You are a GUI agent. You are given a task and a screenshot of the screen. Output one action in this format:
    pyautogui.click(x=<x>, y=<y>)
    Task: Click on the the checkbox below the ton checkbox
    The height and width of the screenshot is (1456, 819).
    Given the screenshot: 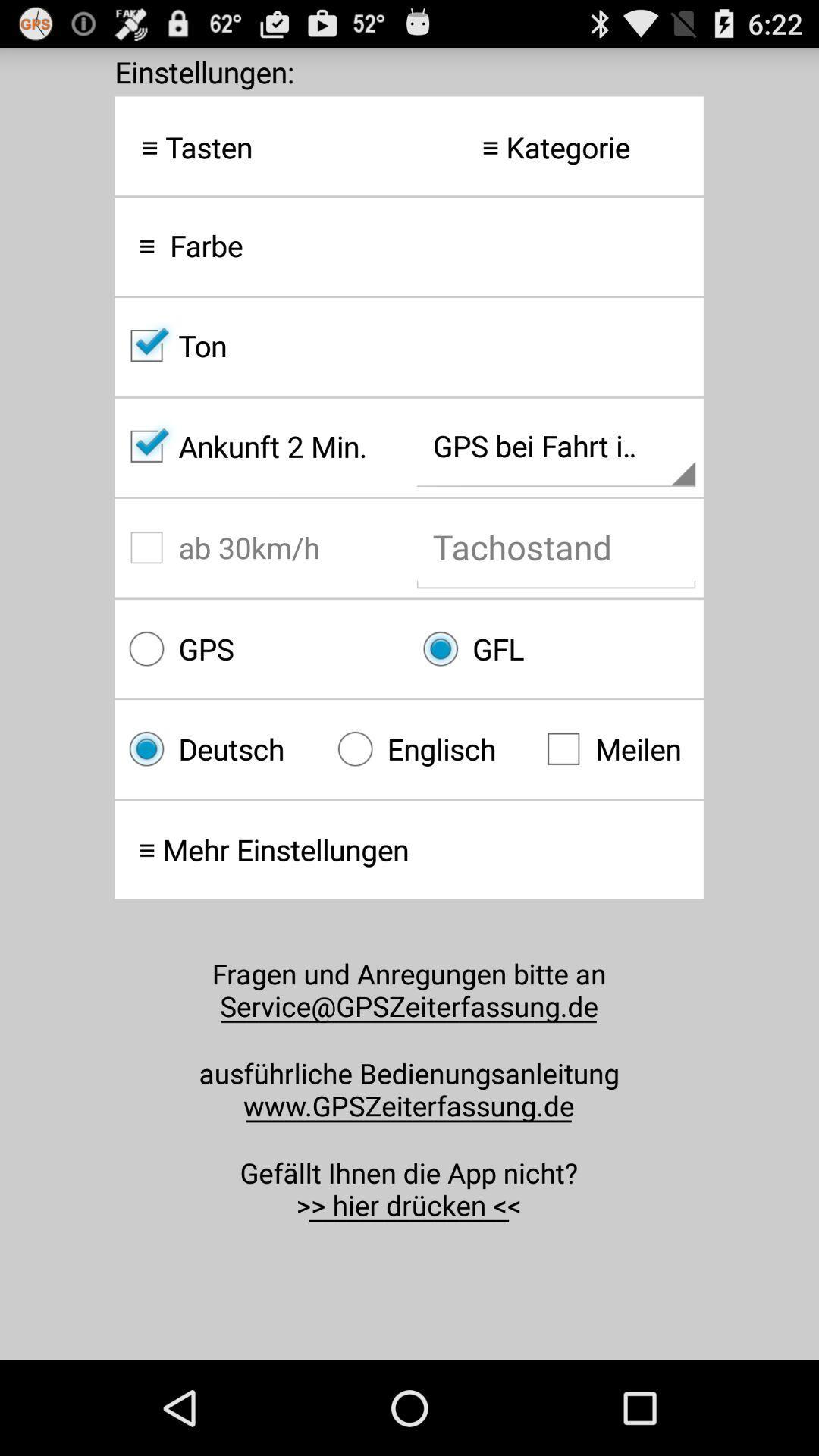 What is the action you would take?
    pyautogui.click(x=261, y=446)
    